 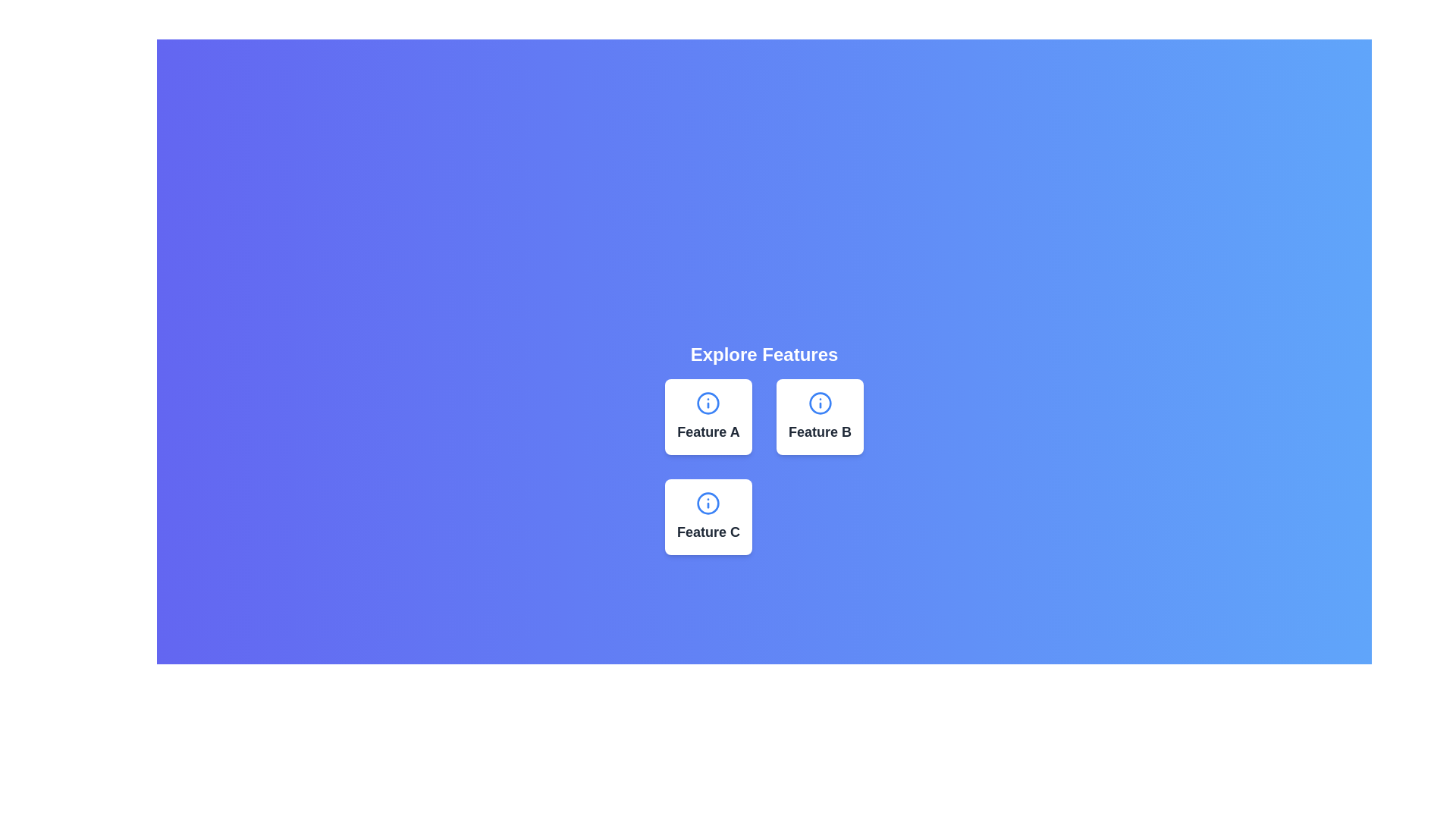 I want to click on the bold text label 'Feature C' displayed in a large font at the bottom of the third card in a vertical arrangement, so click(x=708, y=532).